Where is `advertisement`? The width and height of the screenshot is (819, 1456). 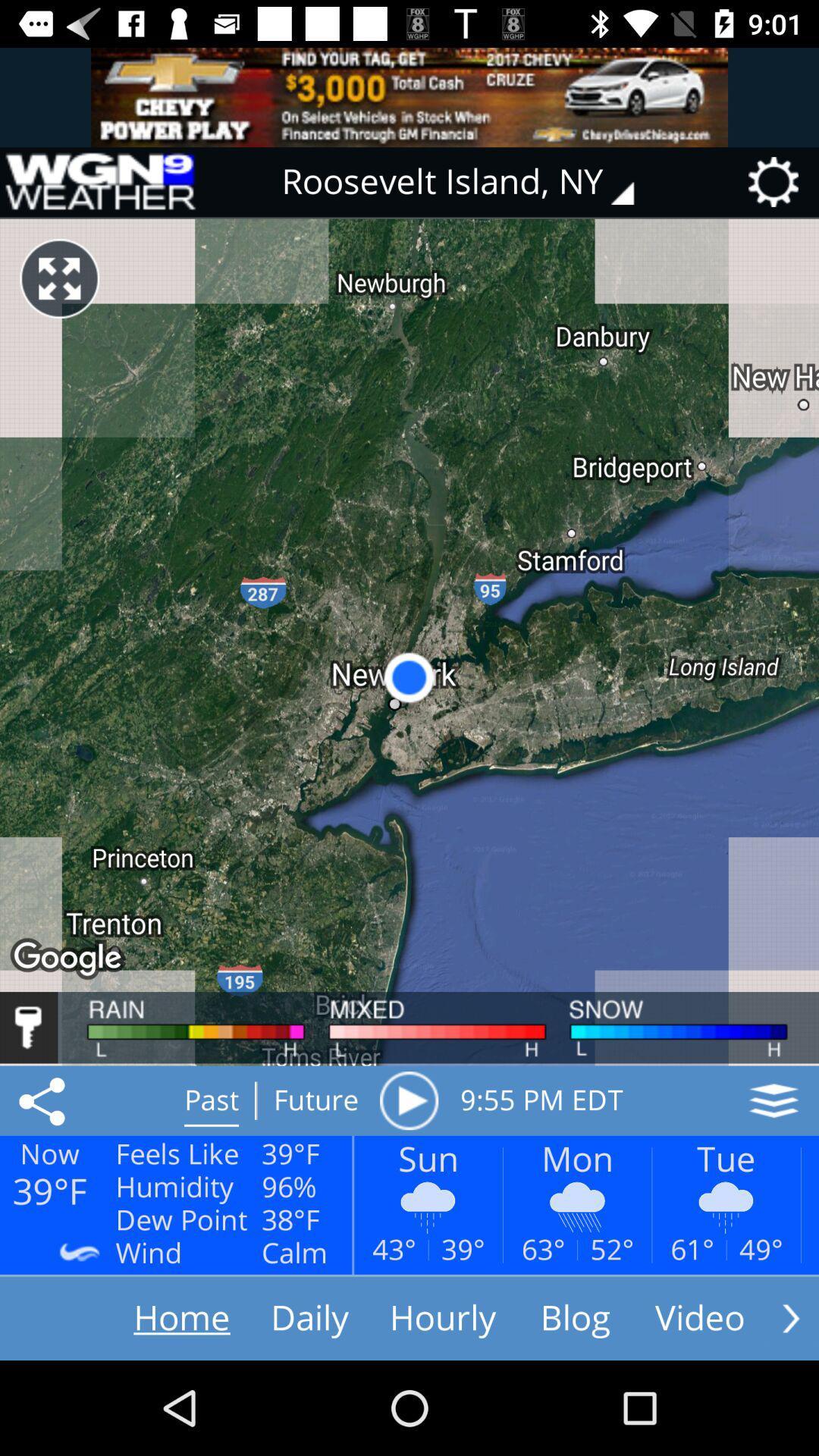 advertisement is located at coordinates (409, 96).